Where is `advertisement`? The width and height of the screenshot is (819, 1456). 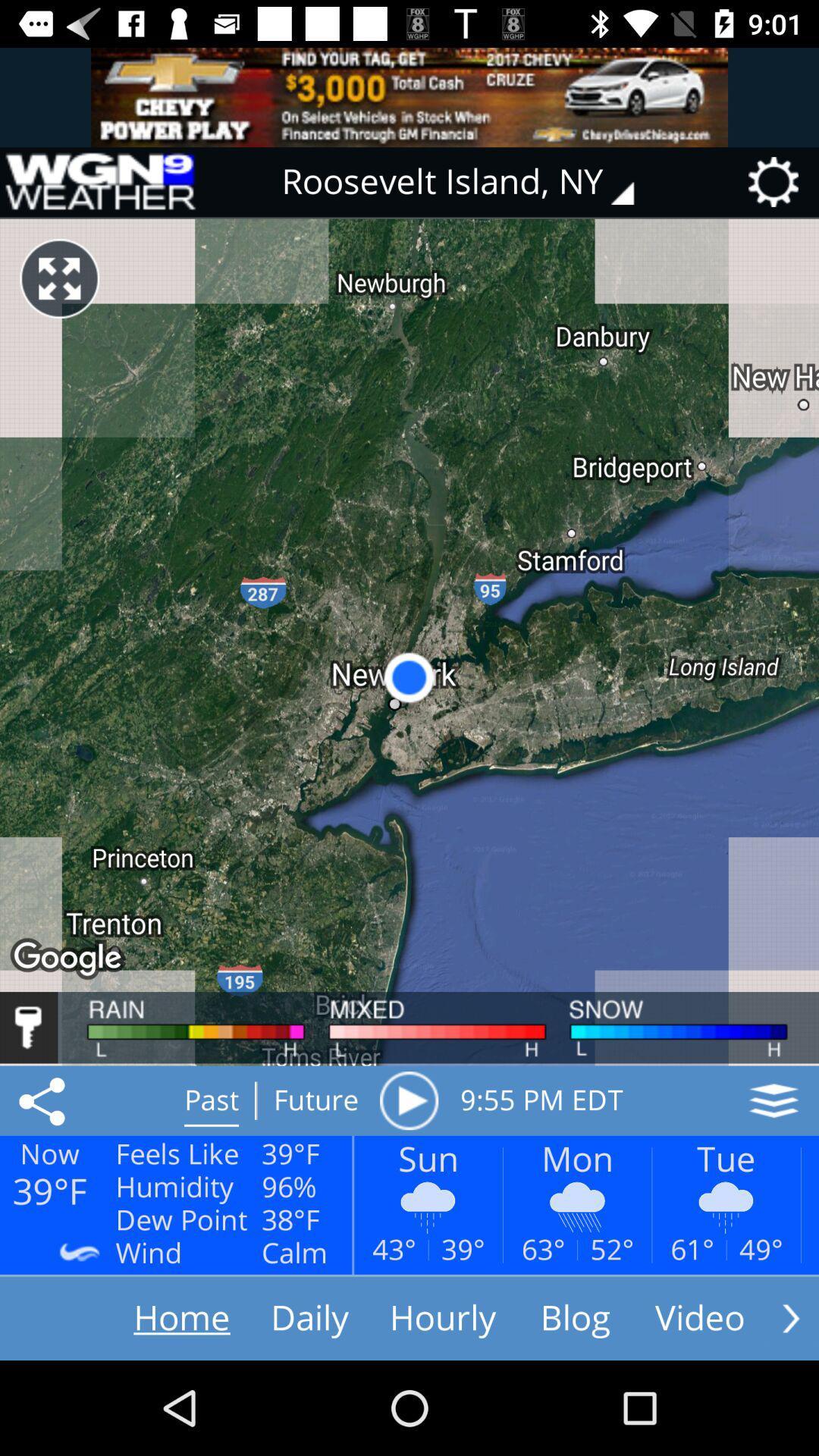 advertisement is located at coordinates (409, 96).